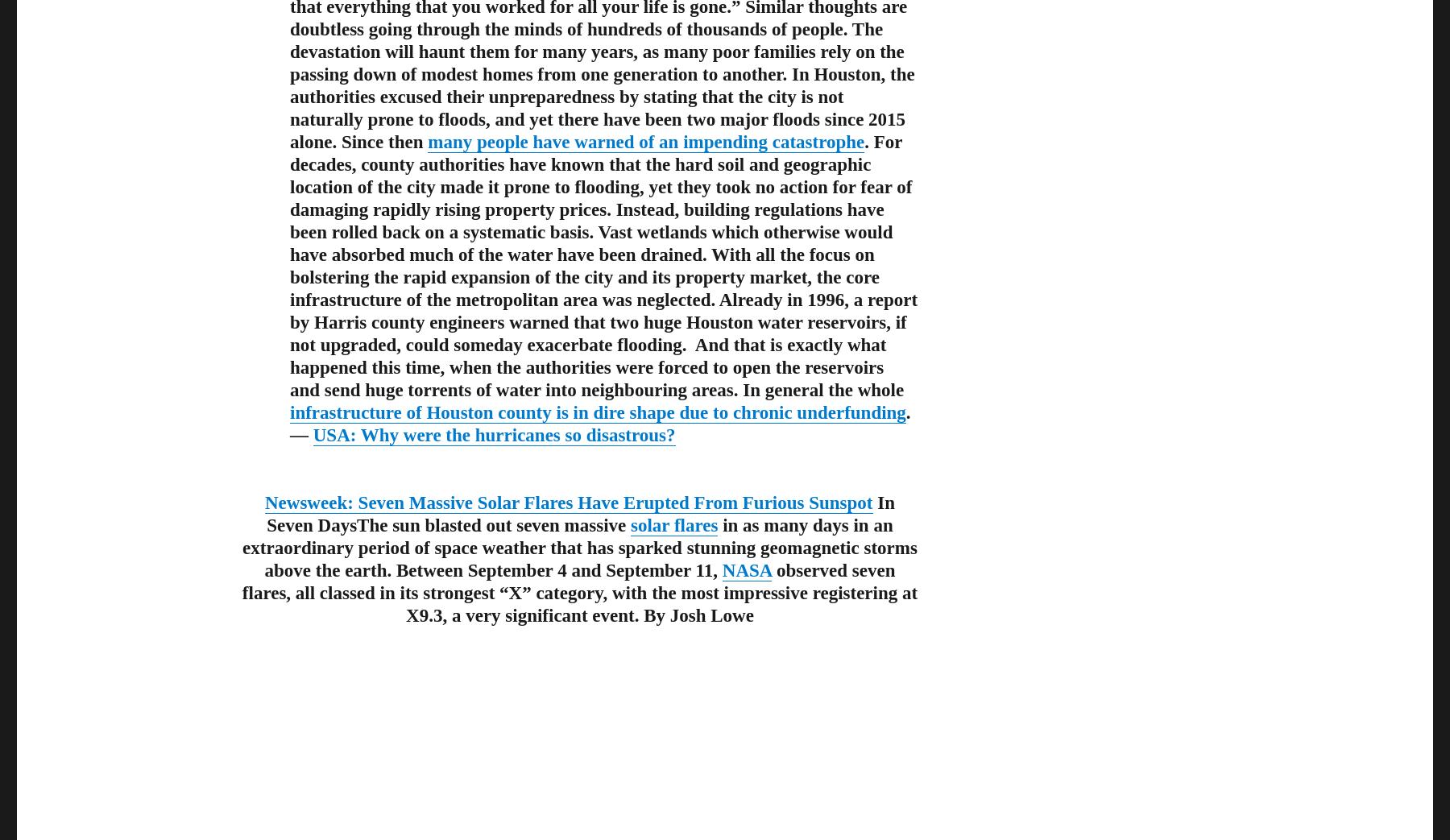 This screenshot has height=840, width=1450. Describe the element at coordinates (290, 411) in the screenshot. I see `'infrastructure of Houston county is in dire shape due to chronic underfunding'` at that location.